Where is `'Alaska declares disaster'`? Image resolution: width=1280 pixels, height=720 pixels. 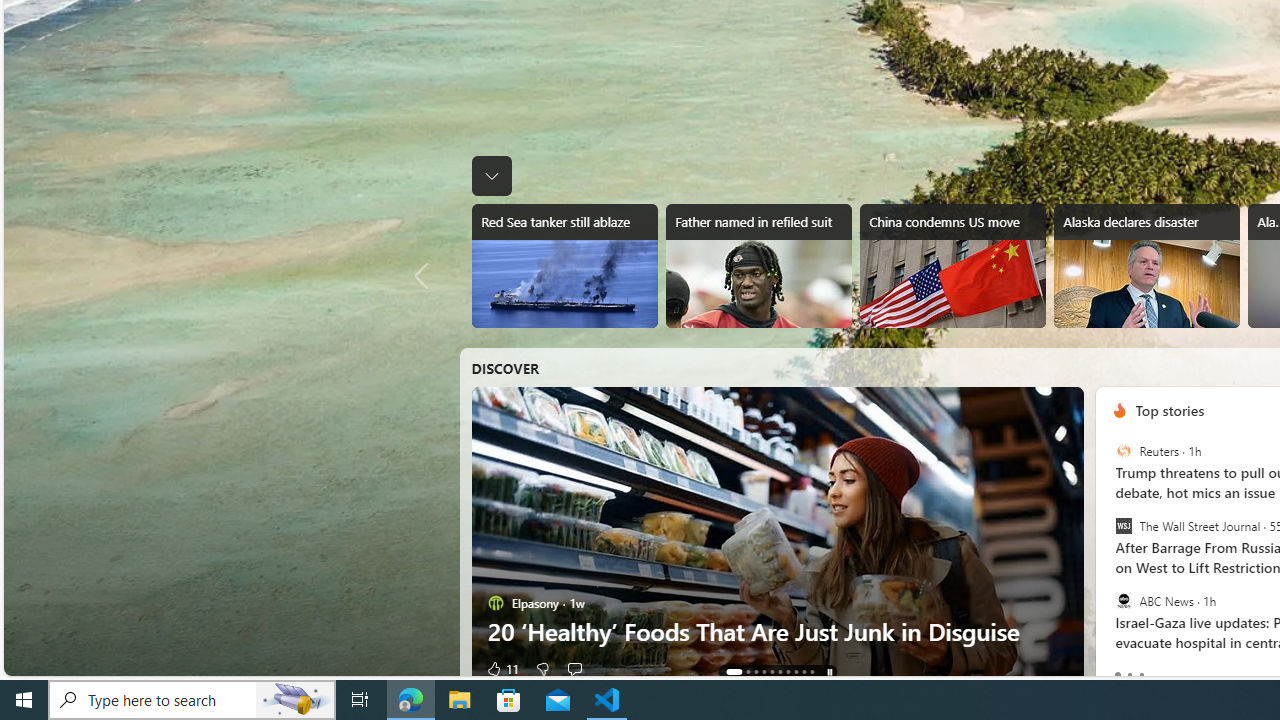 'Alaska declares disaster' is located at coordinates (1146, 265).